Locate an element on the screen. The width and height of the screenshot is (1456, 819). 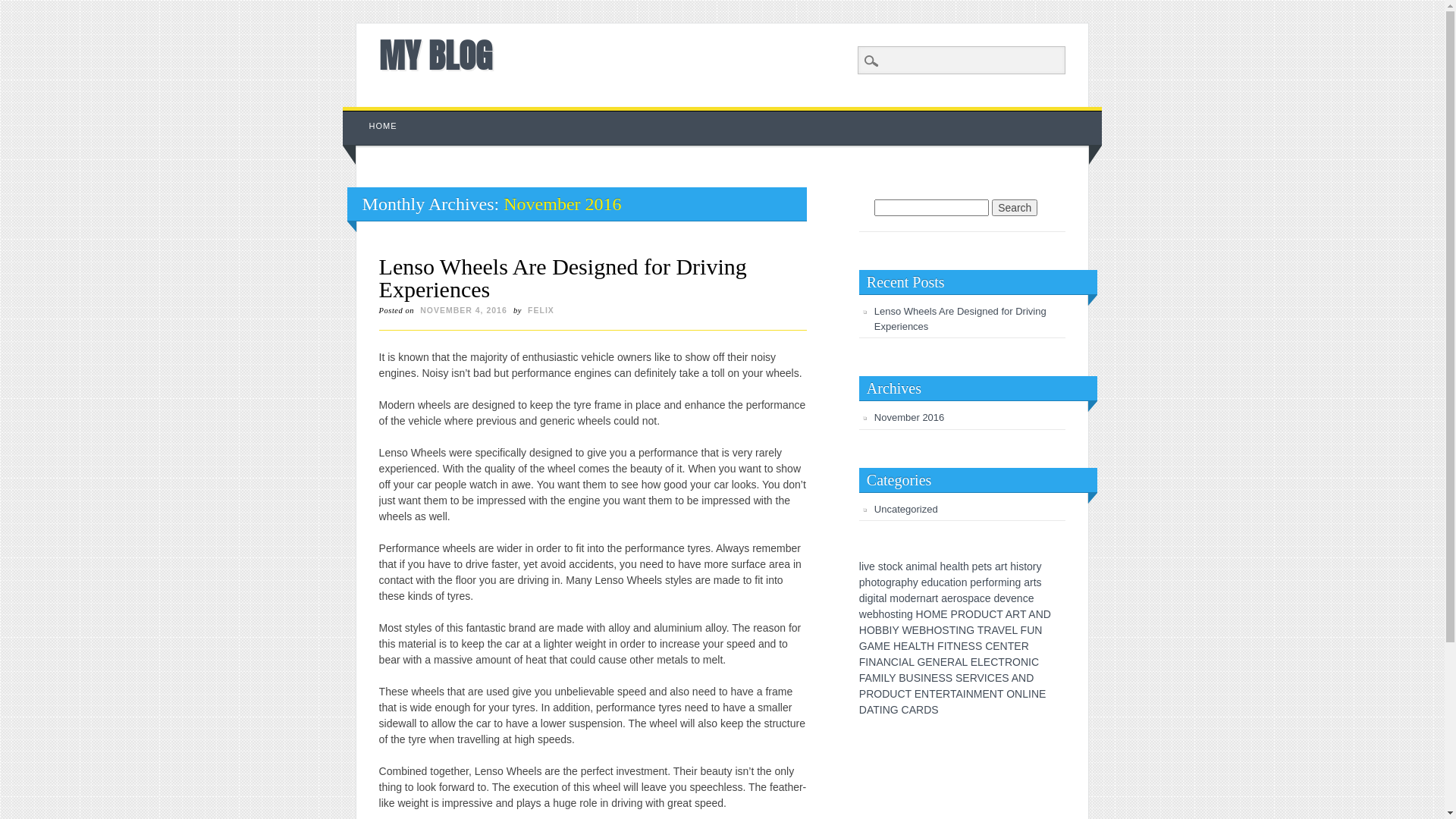
'g' is located at coordinates (888, 581).